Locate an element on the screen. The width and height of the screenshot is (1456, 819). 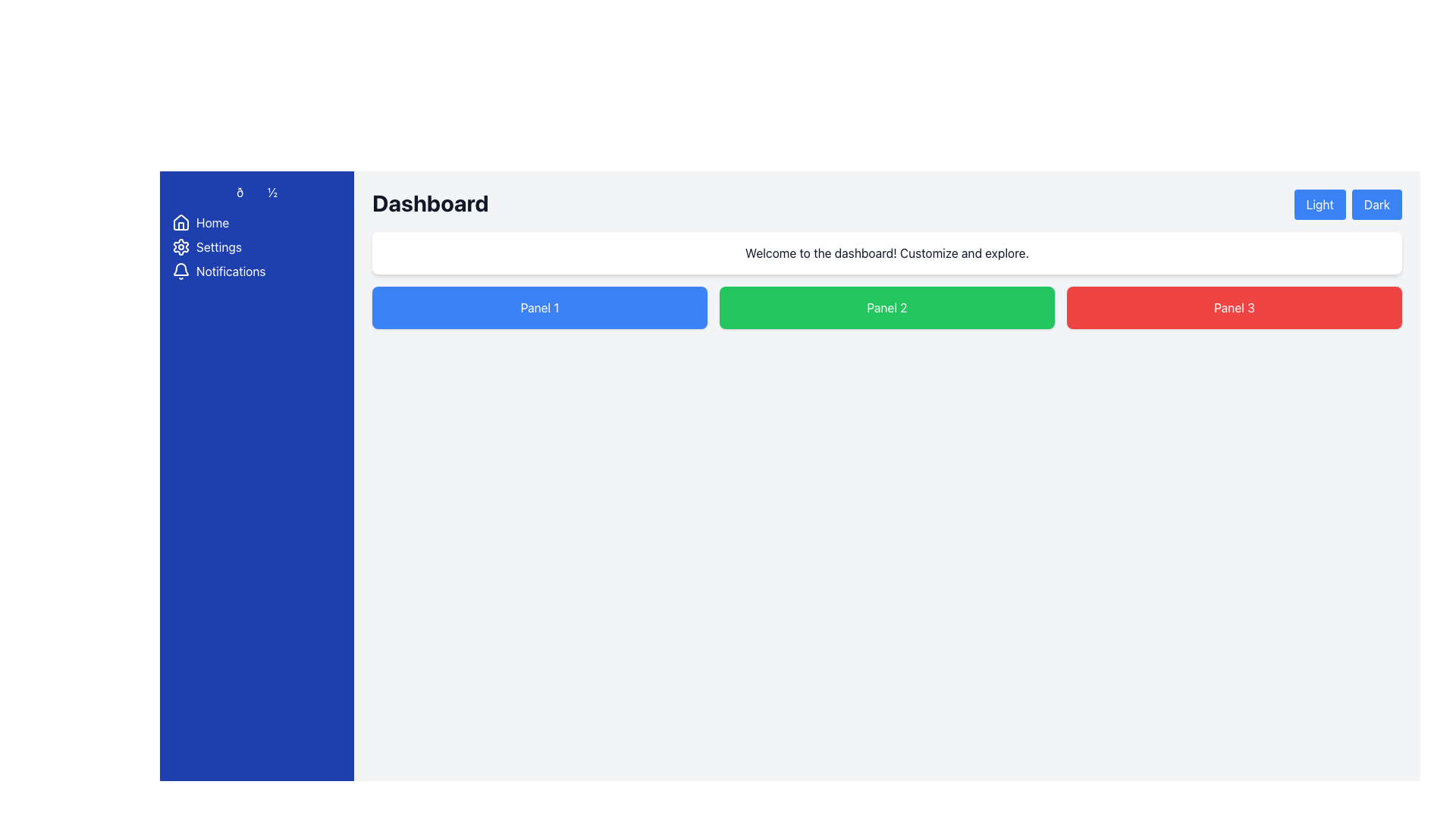
the green rectangular tile labeled 'Panel 2' which is centrally located among three panels in a grid layout is located at coordinates (887, 307).